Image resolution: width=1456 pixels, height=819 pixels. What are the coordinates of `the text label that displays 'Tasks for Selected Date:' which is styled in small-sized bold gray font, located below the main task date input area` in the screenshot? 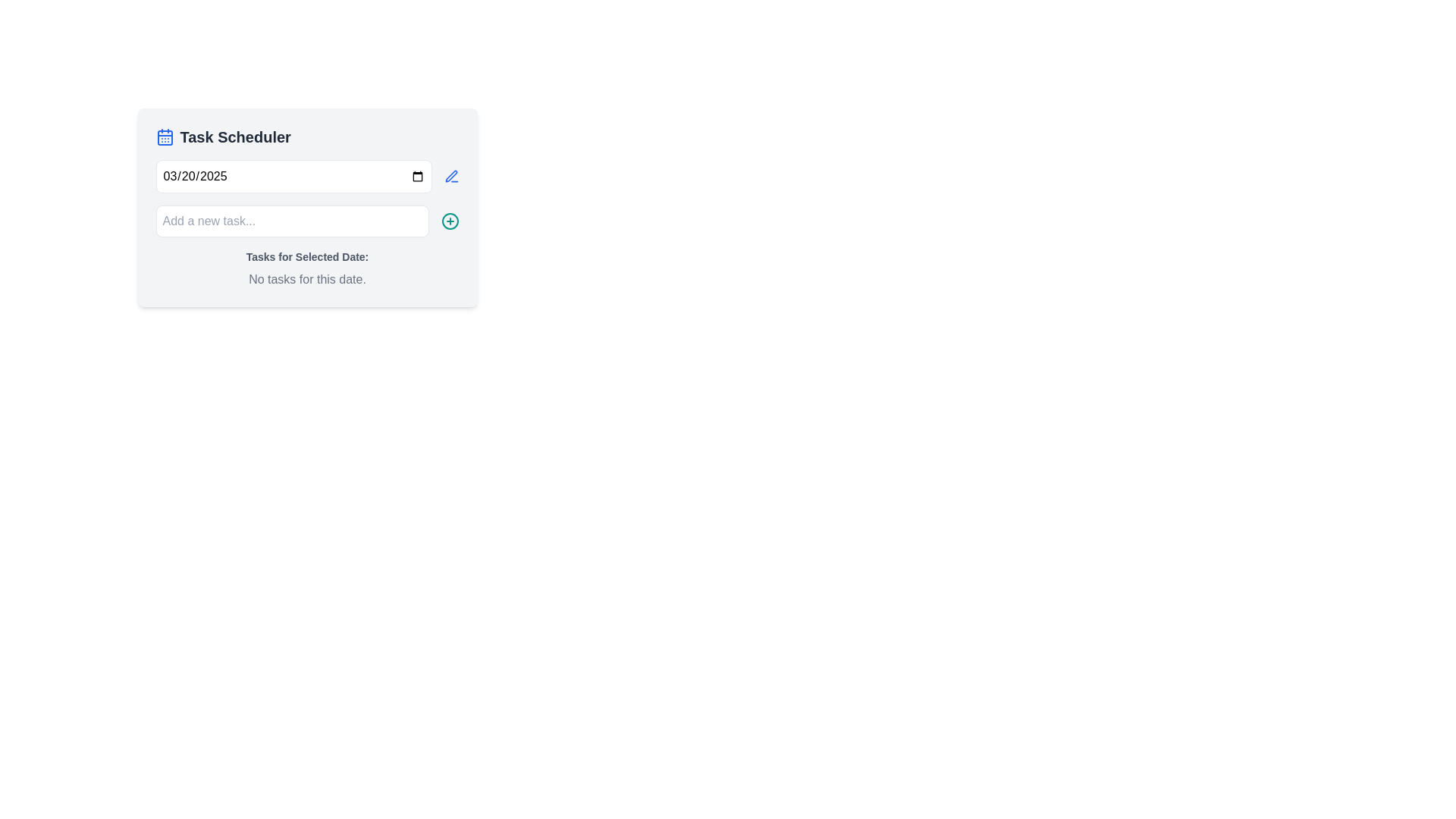 It's located at (306, 256).